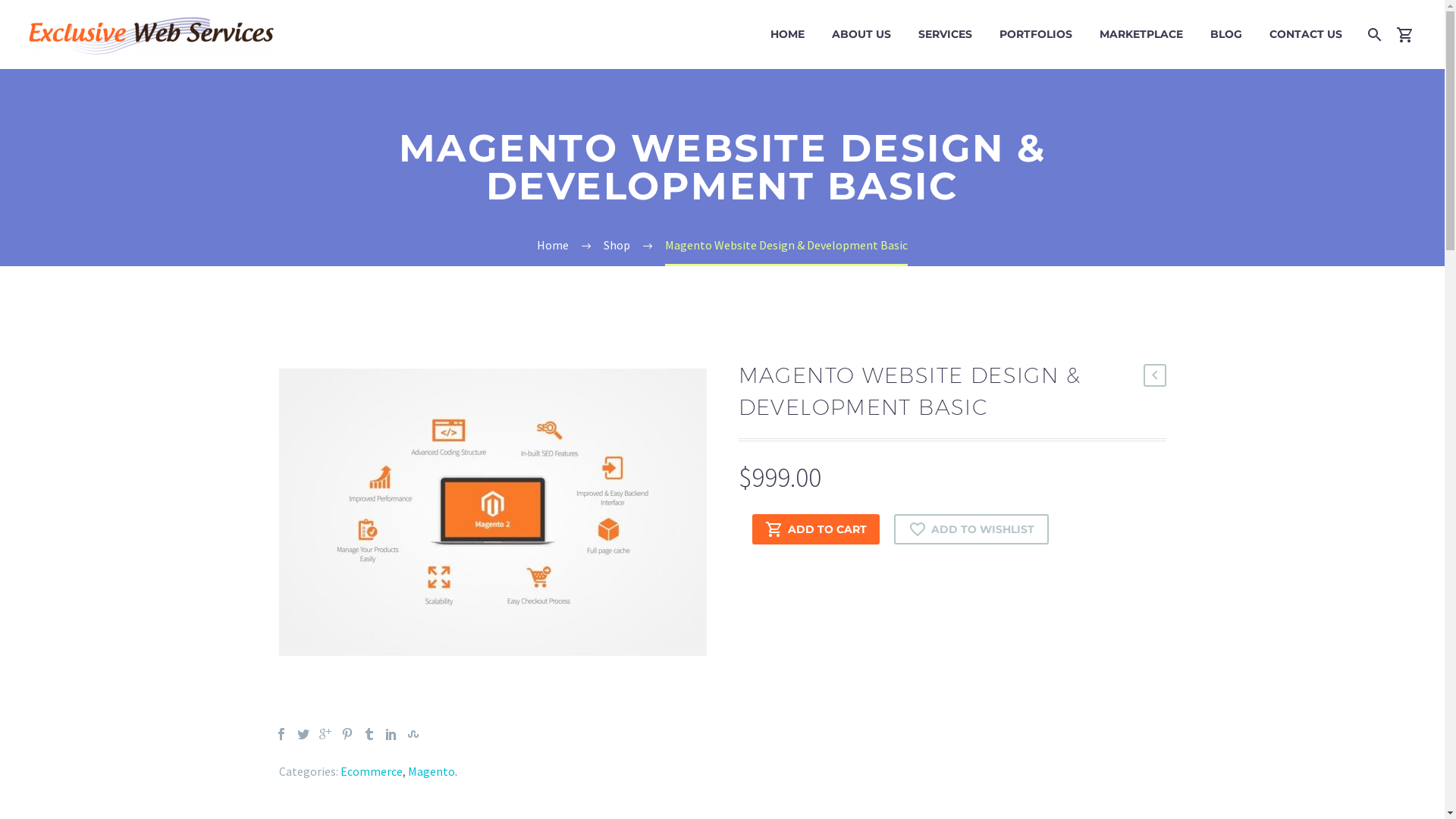 This screenshot has width=1456, height=819. What do you see at coordinates (412, 733) in the screenshot?
I see `'StumbleUpon'` at bounding box center [412, 733].